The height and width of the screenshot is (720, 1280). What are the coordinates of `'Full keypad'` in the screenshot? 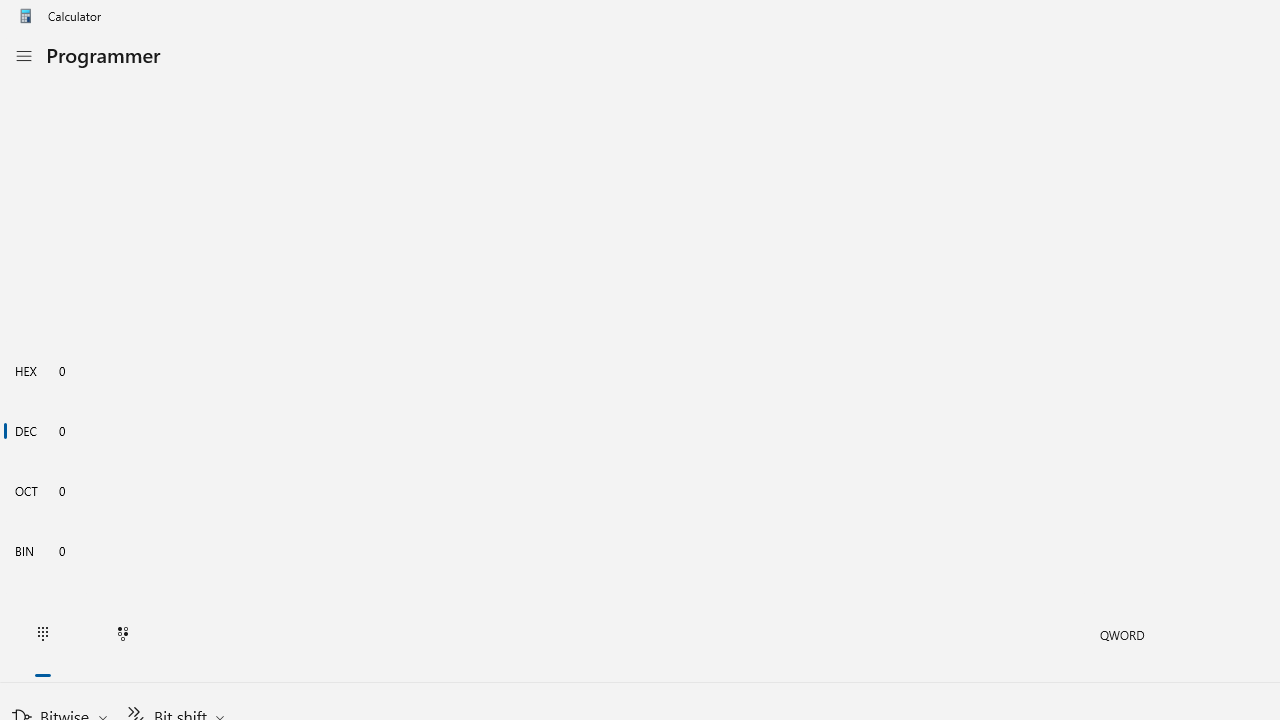 It's located at (42, 635).